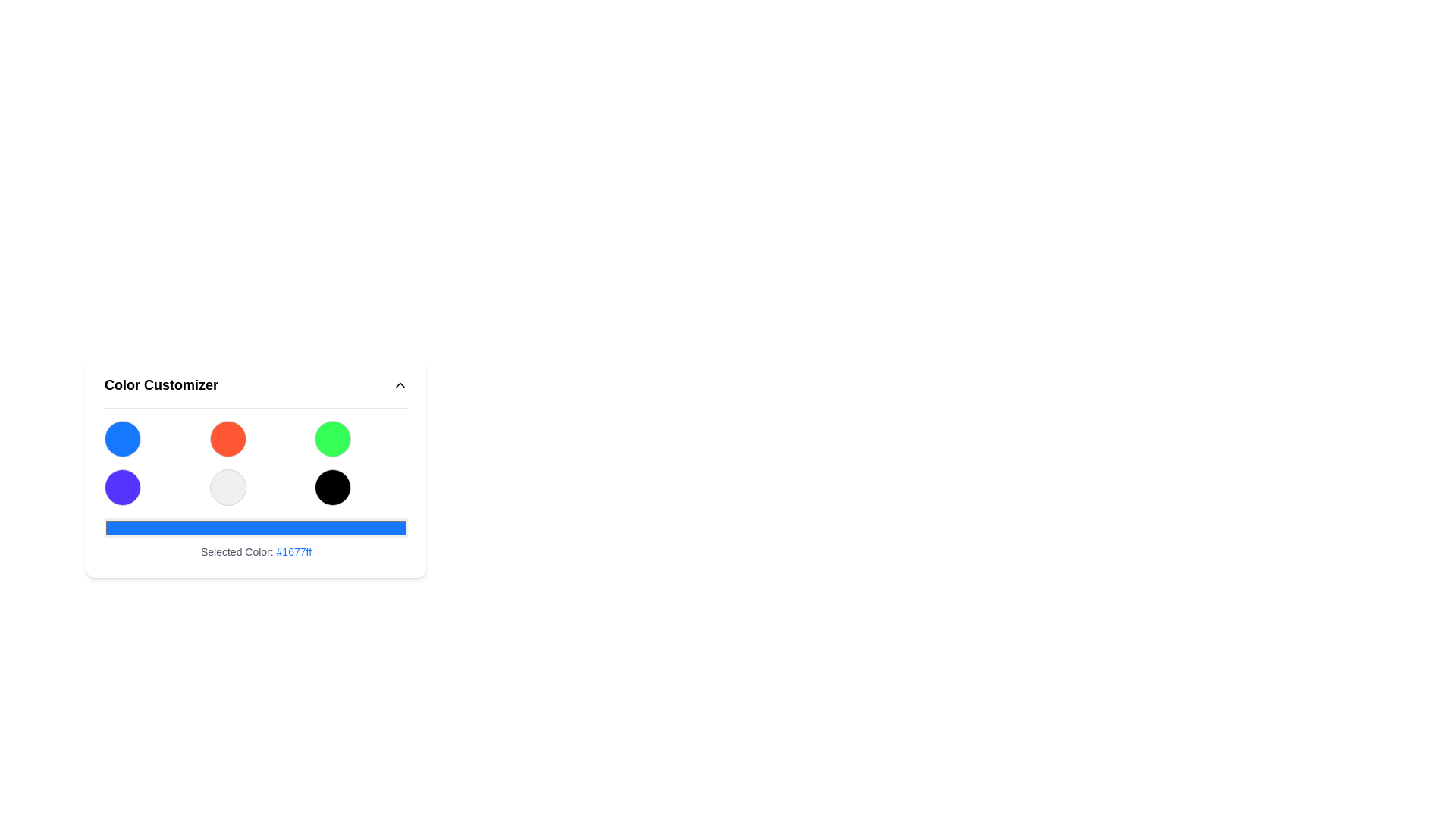 This screenshot has width=1456, height=819. I want to click on the static text displaying the color code '#1677ff', which is part of the message 'Selected Color: #1677ff', so click(293, 552).